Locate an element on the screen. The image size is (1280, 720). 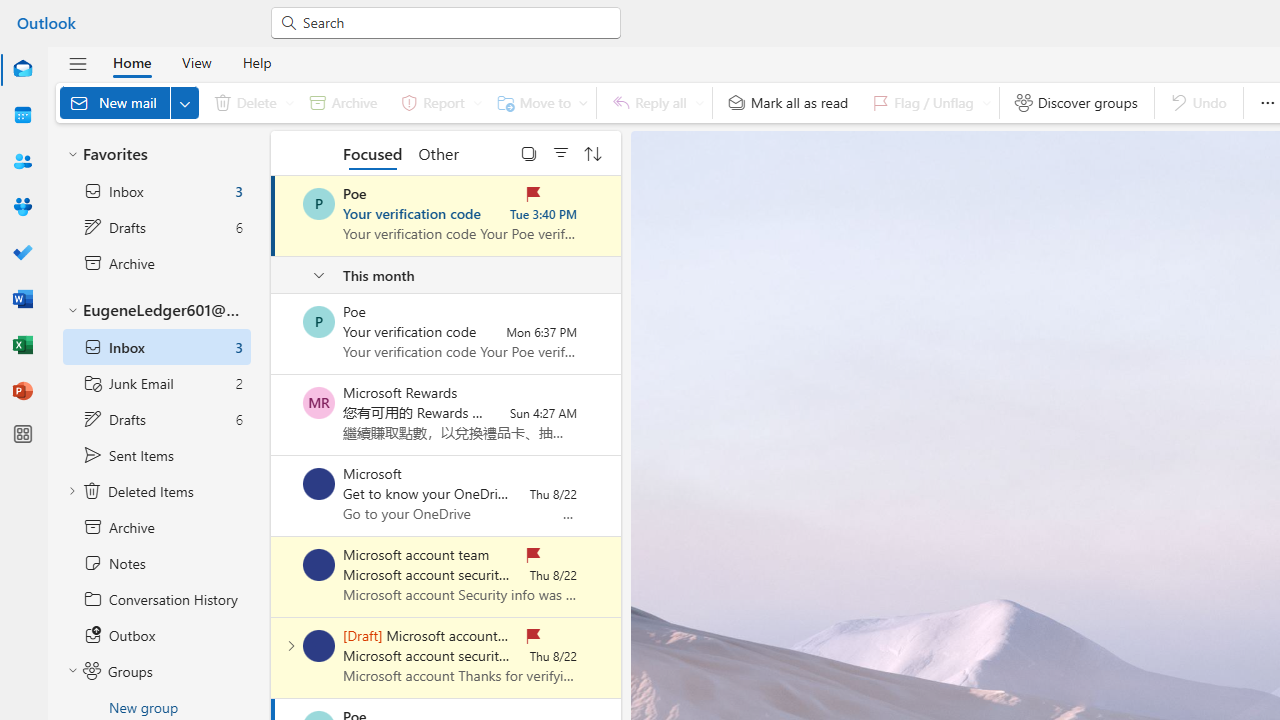
'Expand to see more report options' is located at coordinates (476, 102).